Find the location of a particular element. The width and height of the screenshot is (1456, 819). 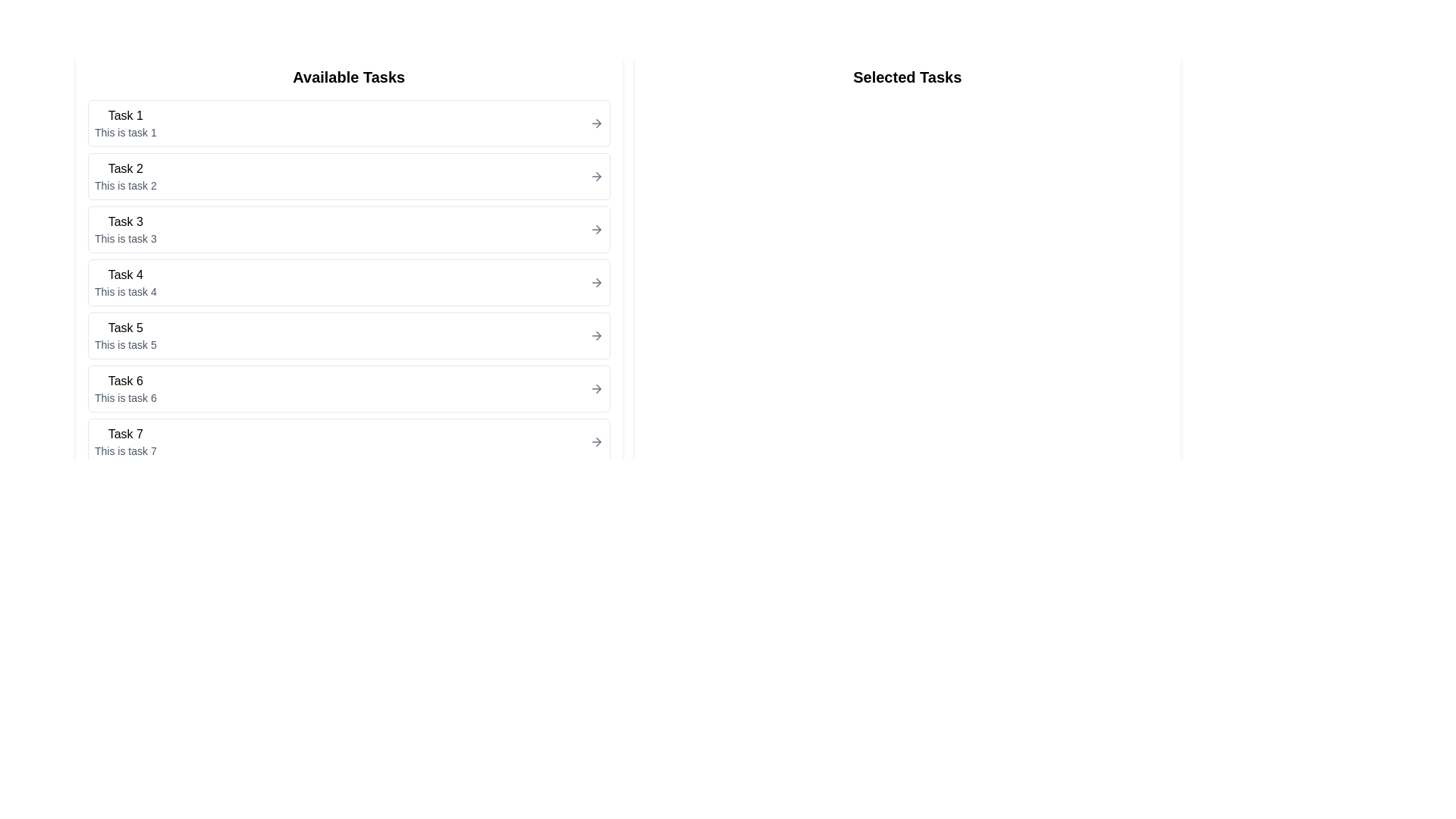

the bold text label reading 'Selected Tasks' located at the top of the right-side panel in the interface is located at coordinates (907, 77).